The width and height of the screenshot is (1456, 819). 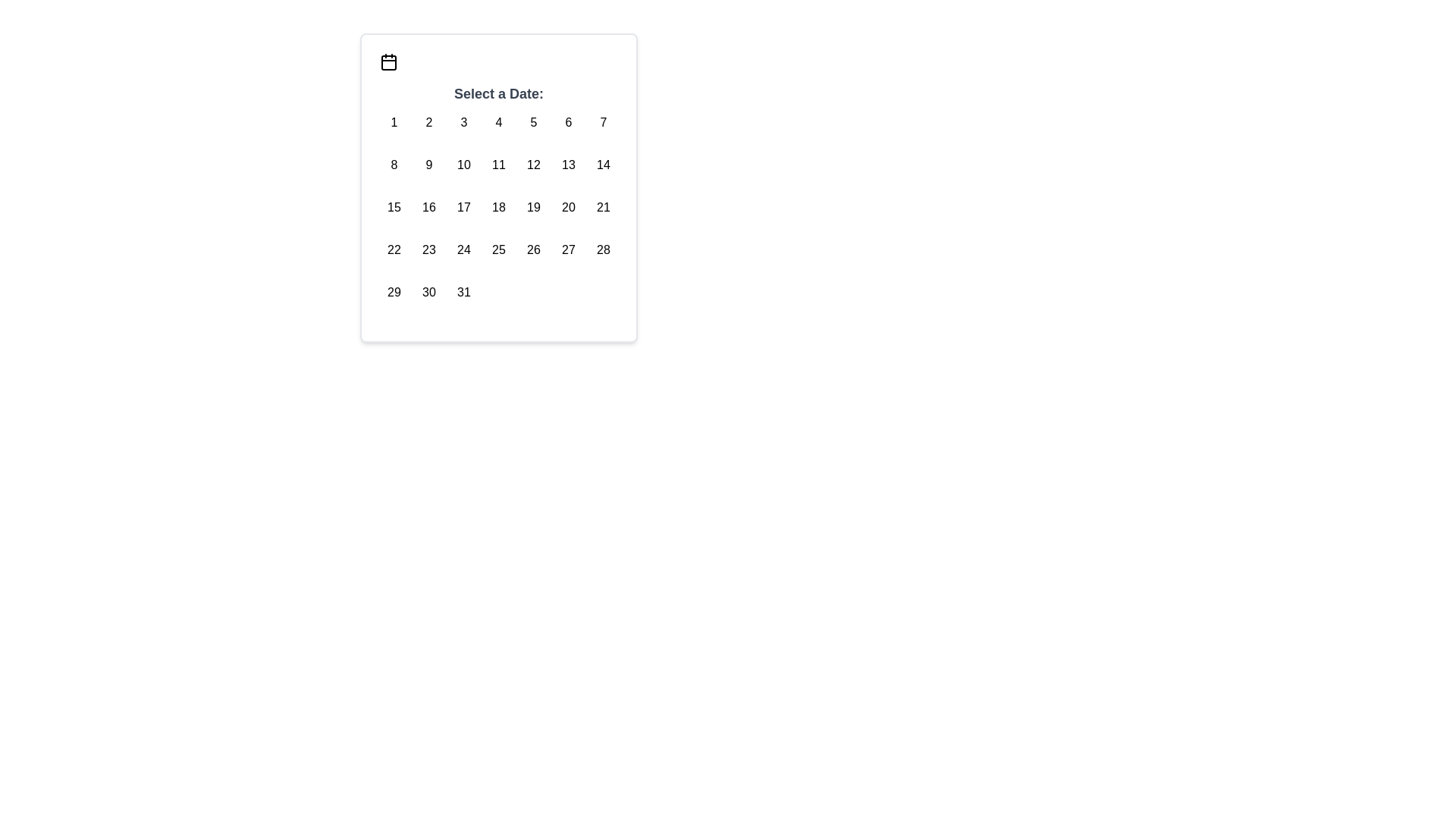 What do you see at coordinates (428, 122) in the screenshot?
I see `the button representing the number '2' in the calendar interface` at bounding box center [428, 122].